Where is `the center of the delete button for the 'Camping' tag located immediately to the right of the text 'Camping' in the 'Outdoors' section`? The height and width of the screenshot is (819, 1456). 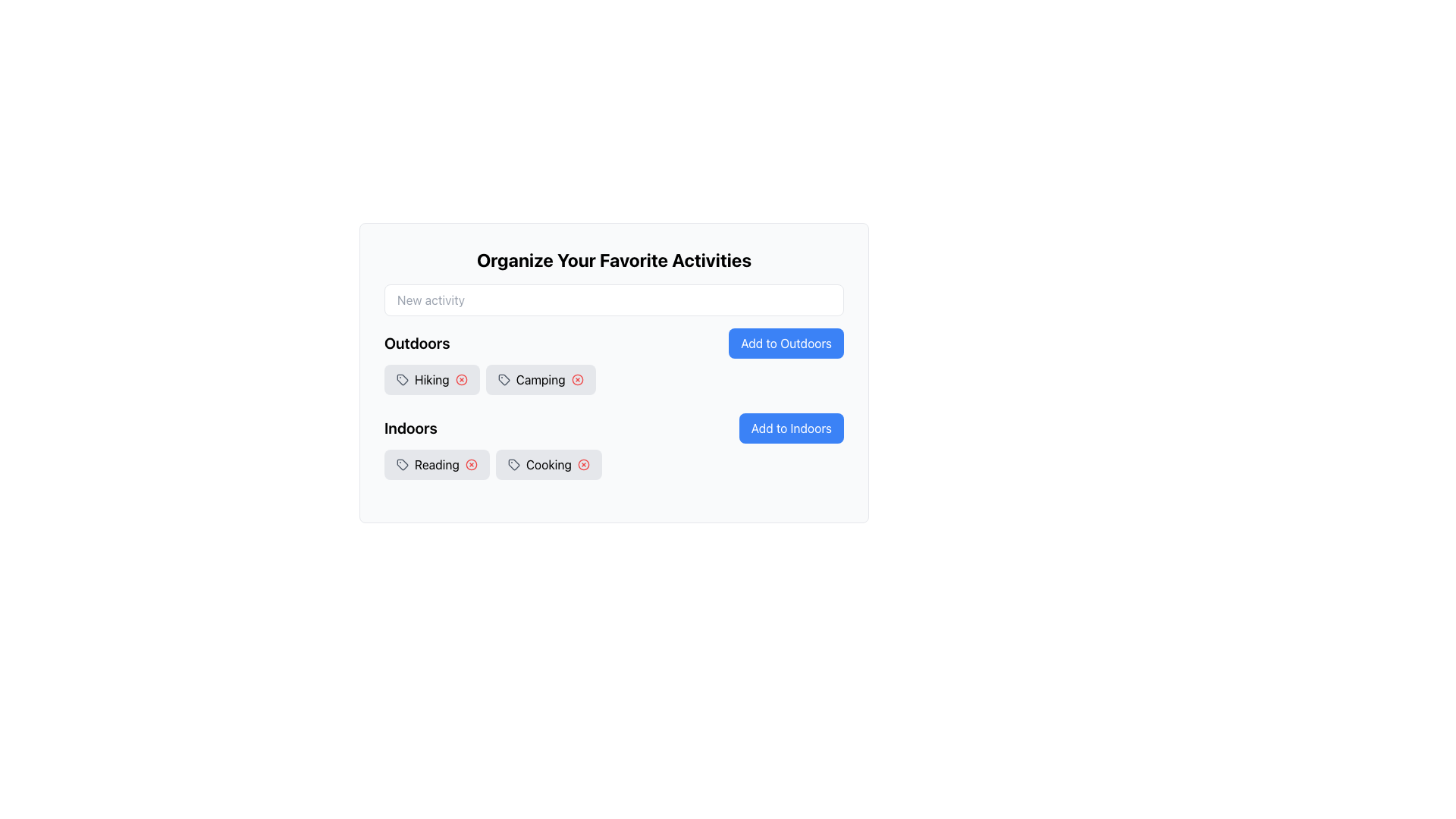
the center of the delete button for the 'Camping' tag located immediately to the right of the text 'Camping' in the 'Outdoors' section is located at coordinates (576, 379).